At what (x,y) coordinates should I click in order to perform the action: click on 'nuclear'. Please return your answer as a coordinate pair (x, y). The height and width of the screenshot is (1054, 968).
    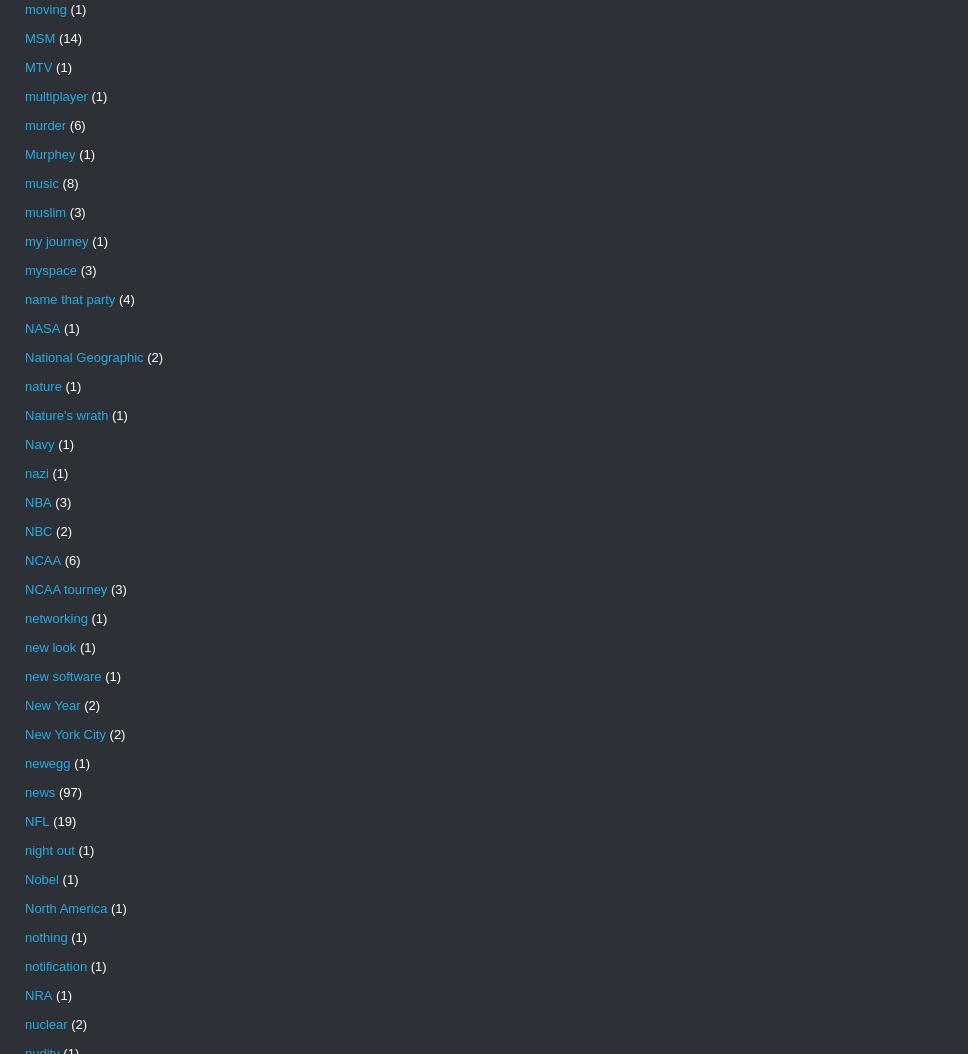
    Looking at the image, I should click on (44, 1023).